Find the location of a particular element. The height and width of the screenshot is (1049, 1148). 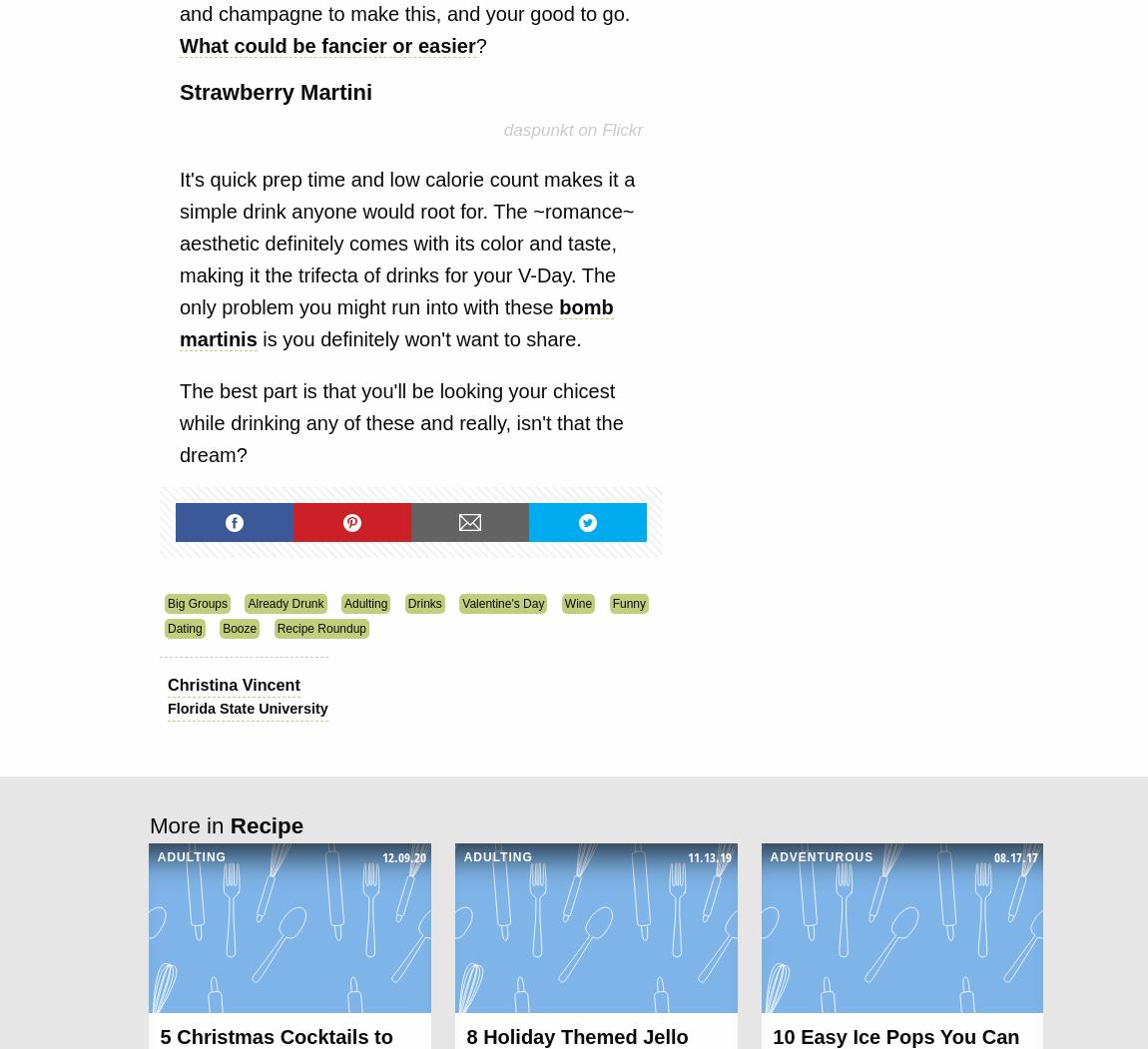

'Adventurous' is located at coordinates (821, 855).